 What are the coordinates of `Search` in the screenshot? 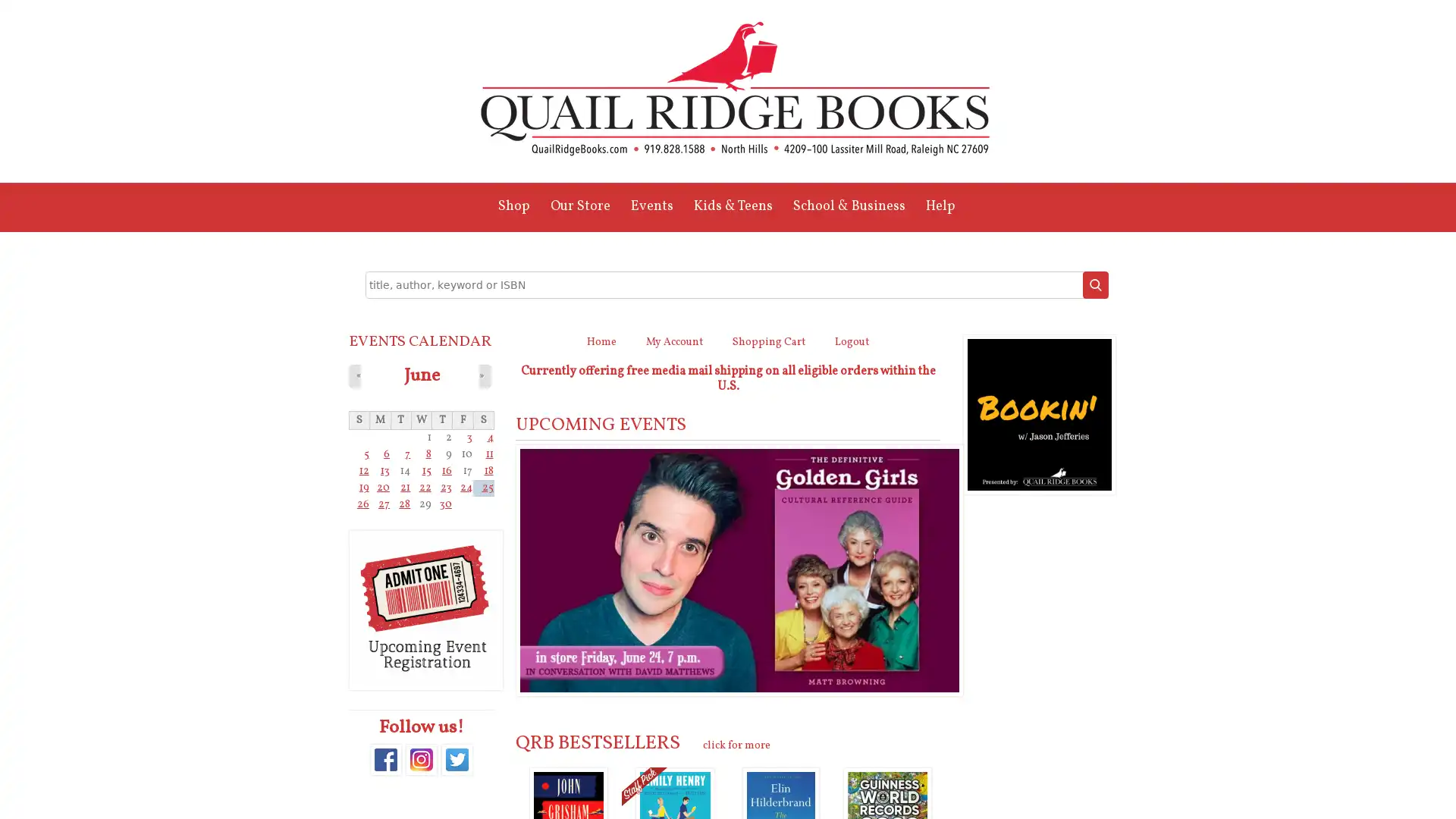 It's located at (1095, 284).